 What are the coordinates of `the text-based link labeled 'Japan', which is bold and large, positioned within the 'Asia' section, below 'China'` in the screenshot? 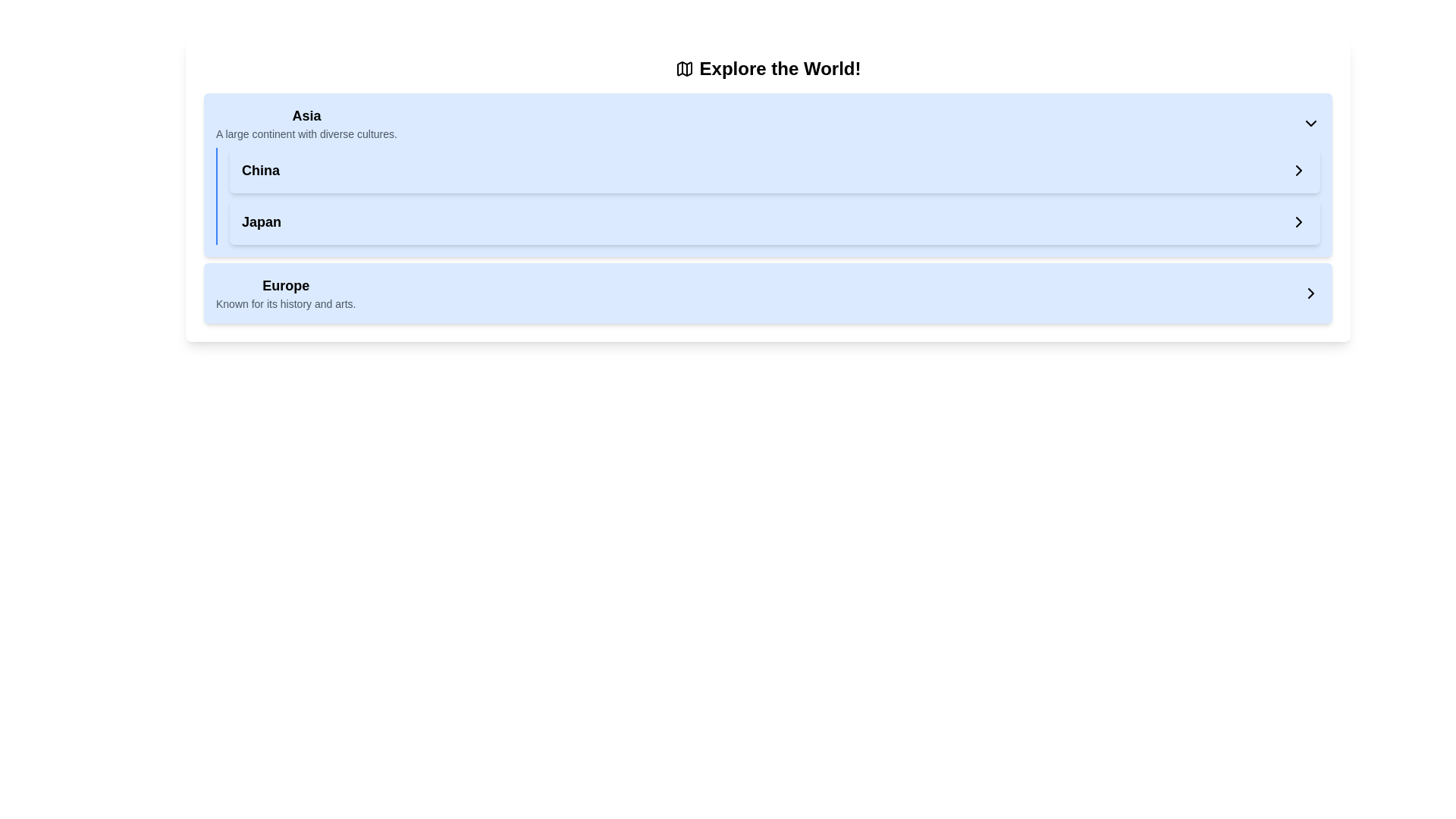 It's located at (262, 222).